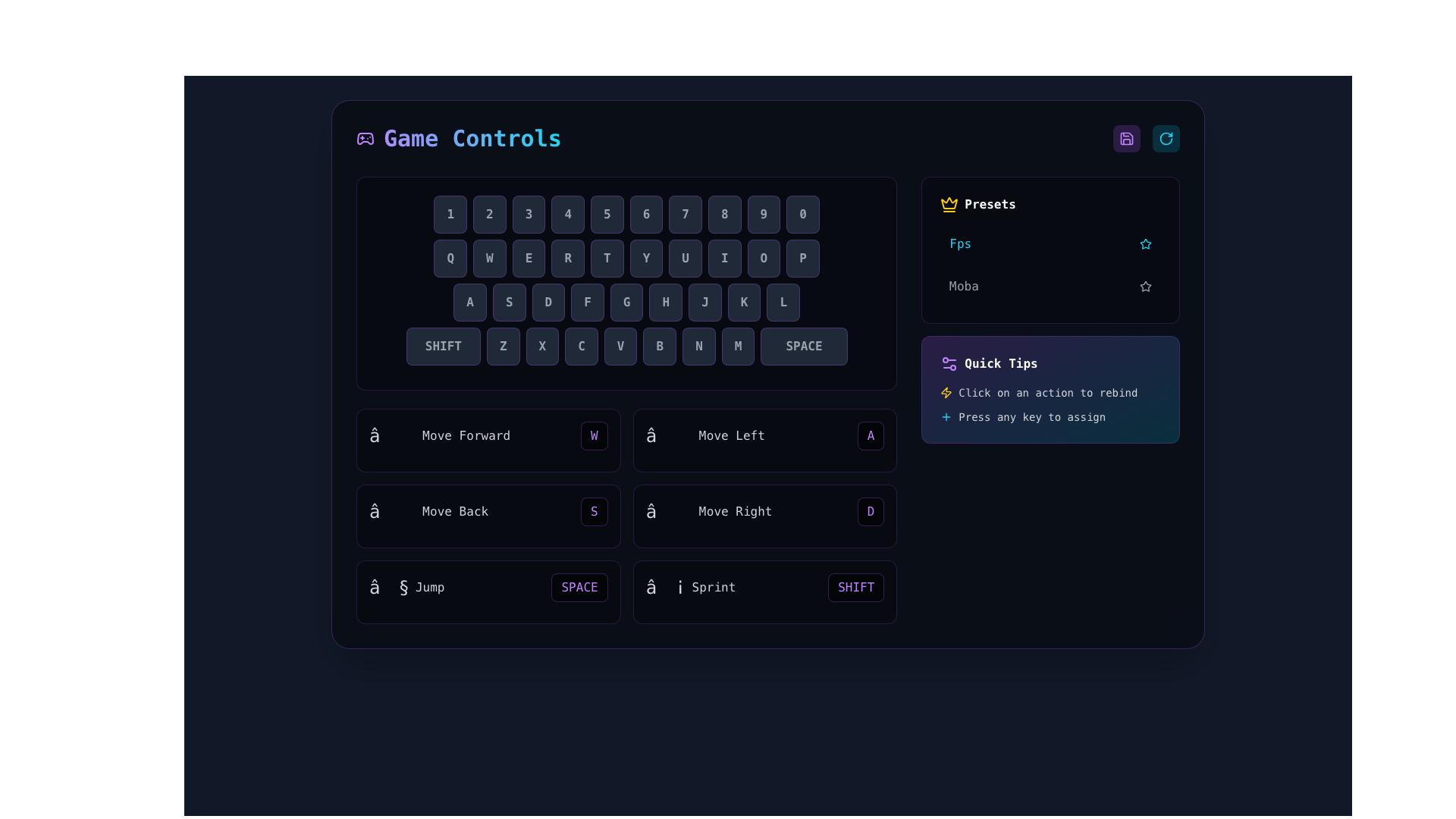 The width and height of the screenshot is (1456, 819). I want to click on the 'Move Left' text label, which features a leftward-pointing arrow symbol and is styled with a gray, subdued appearance, located in the second row of the movement shortcut settings, so click(704, 435).